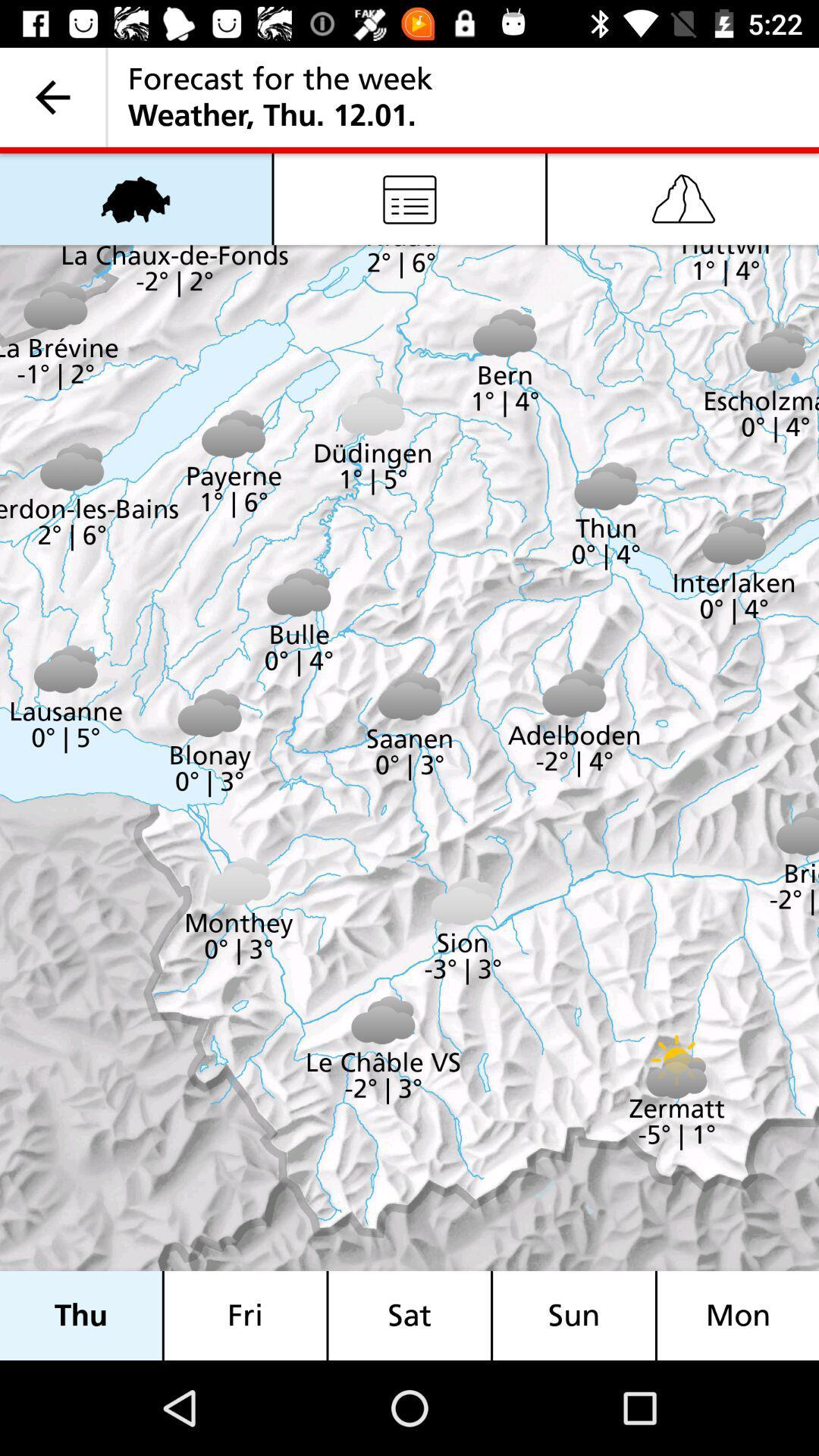 This screenshot has height=1456, width=819. Describe the element at coordinates (244, 1315) in the screenshot. I see `the item next to sat` at that location.